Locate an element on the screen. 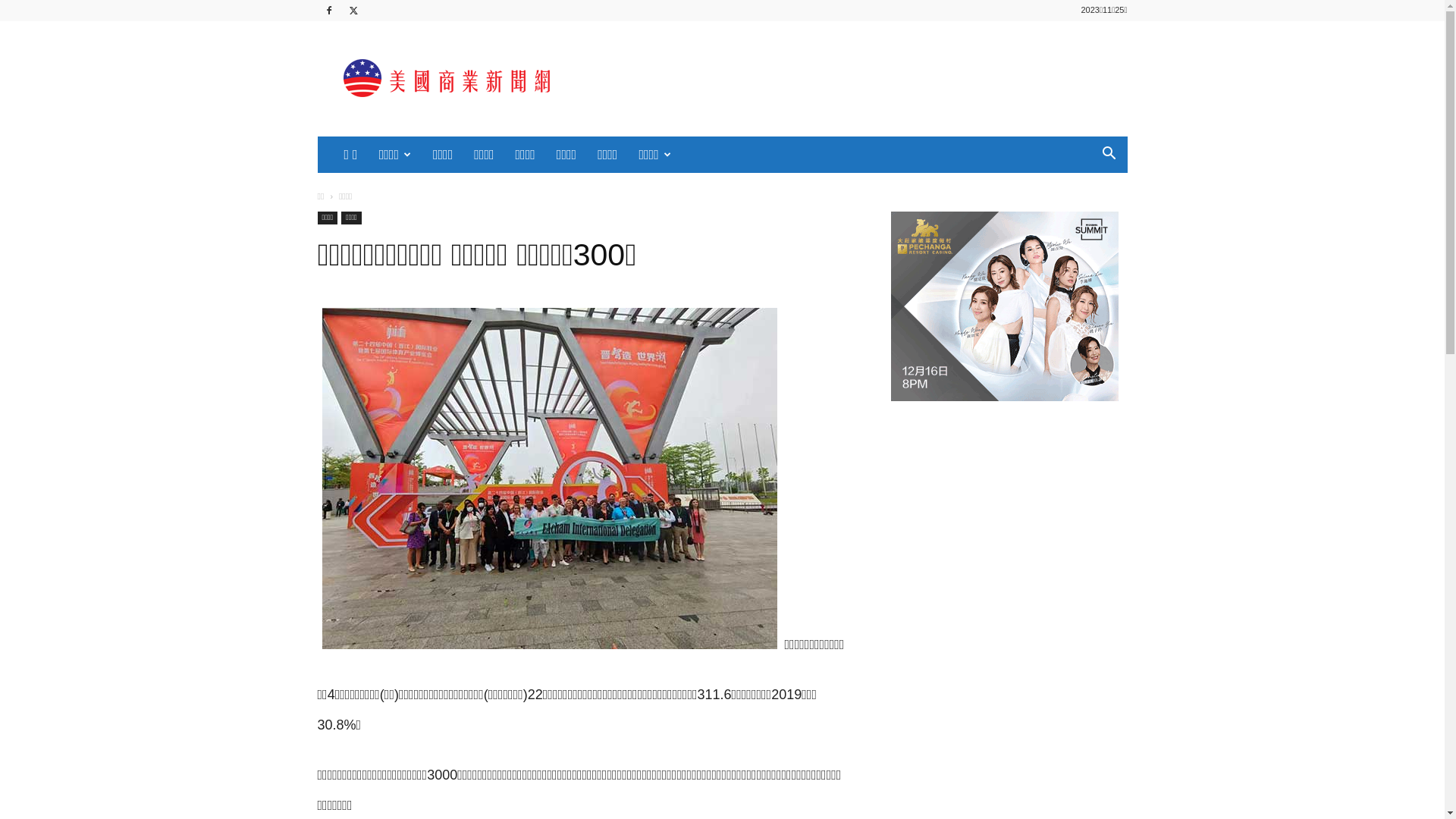 The width and height of the screenshot is (1456, 819). 'Facebook' is located at coordinates (327, 11).